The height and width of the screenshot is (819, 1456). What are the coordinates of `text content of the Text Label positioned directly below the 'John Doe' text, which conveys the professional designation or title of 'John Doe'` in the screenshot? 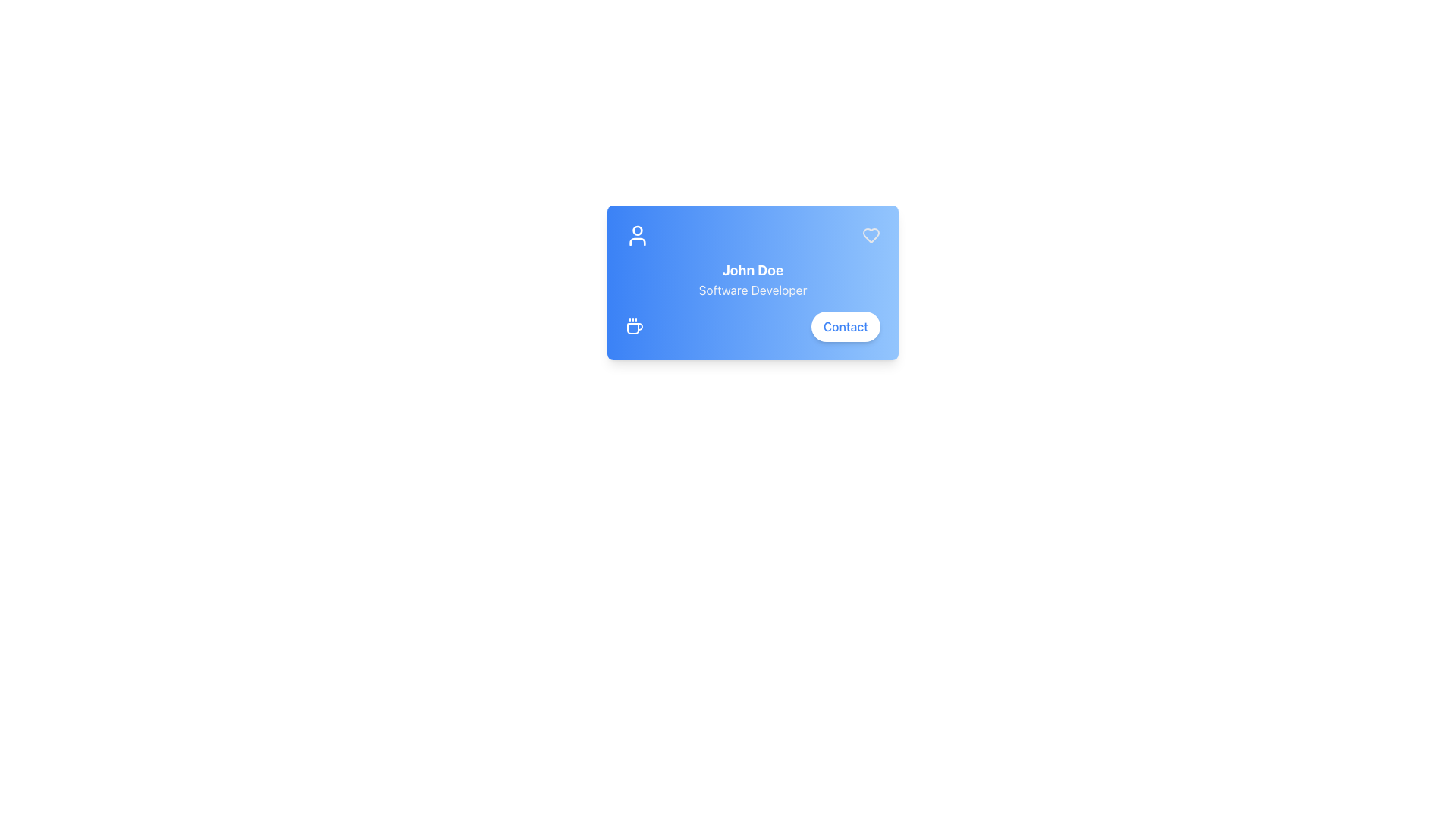 It's located at (753, 290).